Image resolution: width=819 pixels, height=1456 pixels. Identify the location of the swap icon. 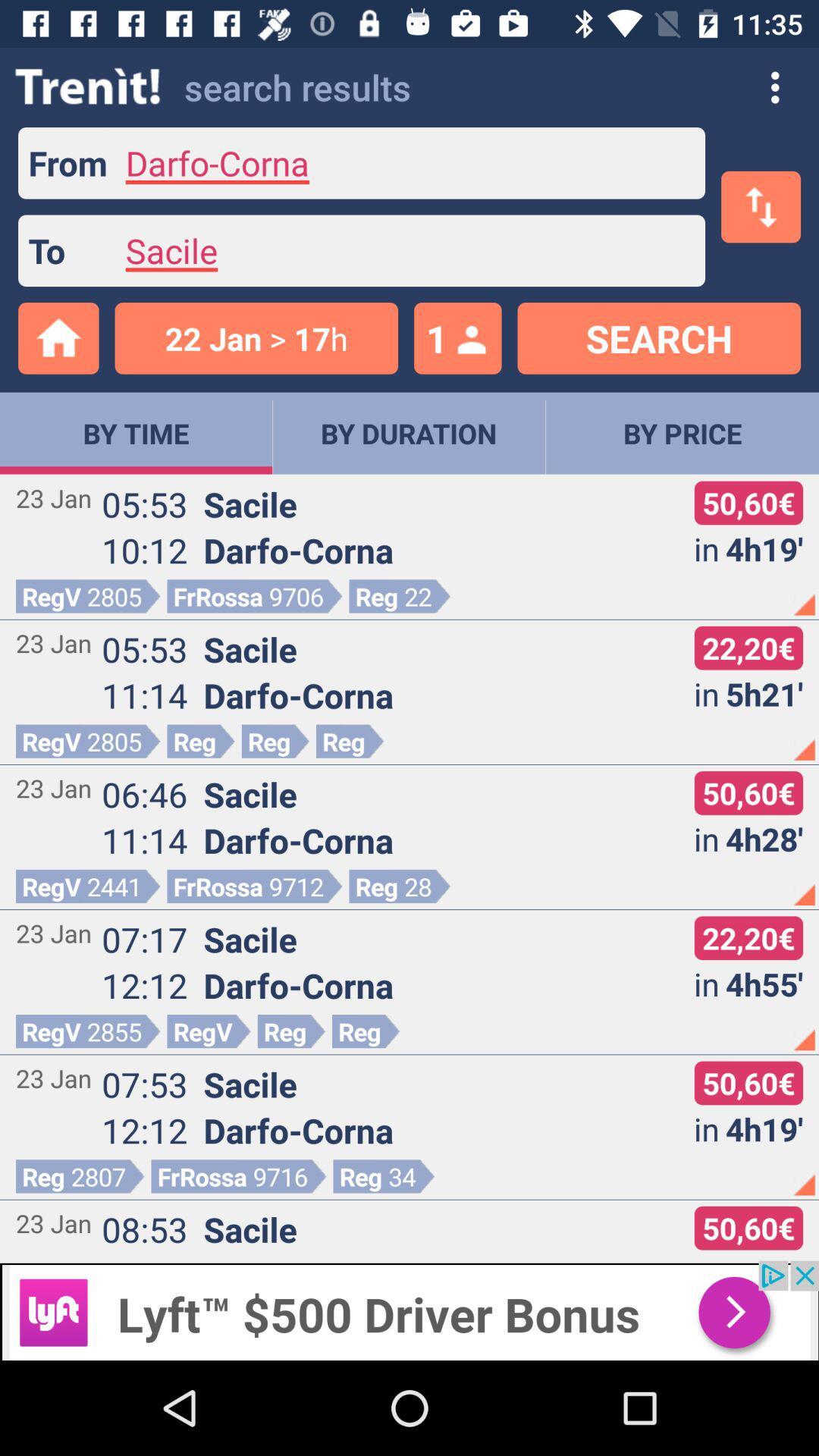
(761, 206).